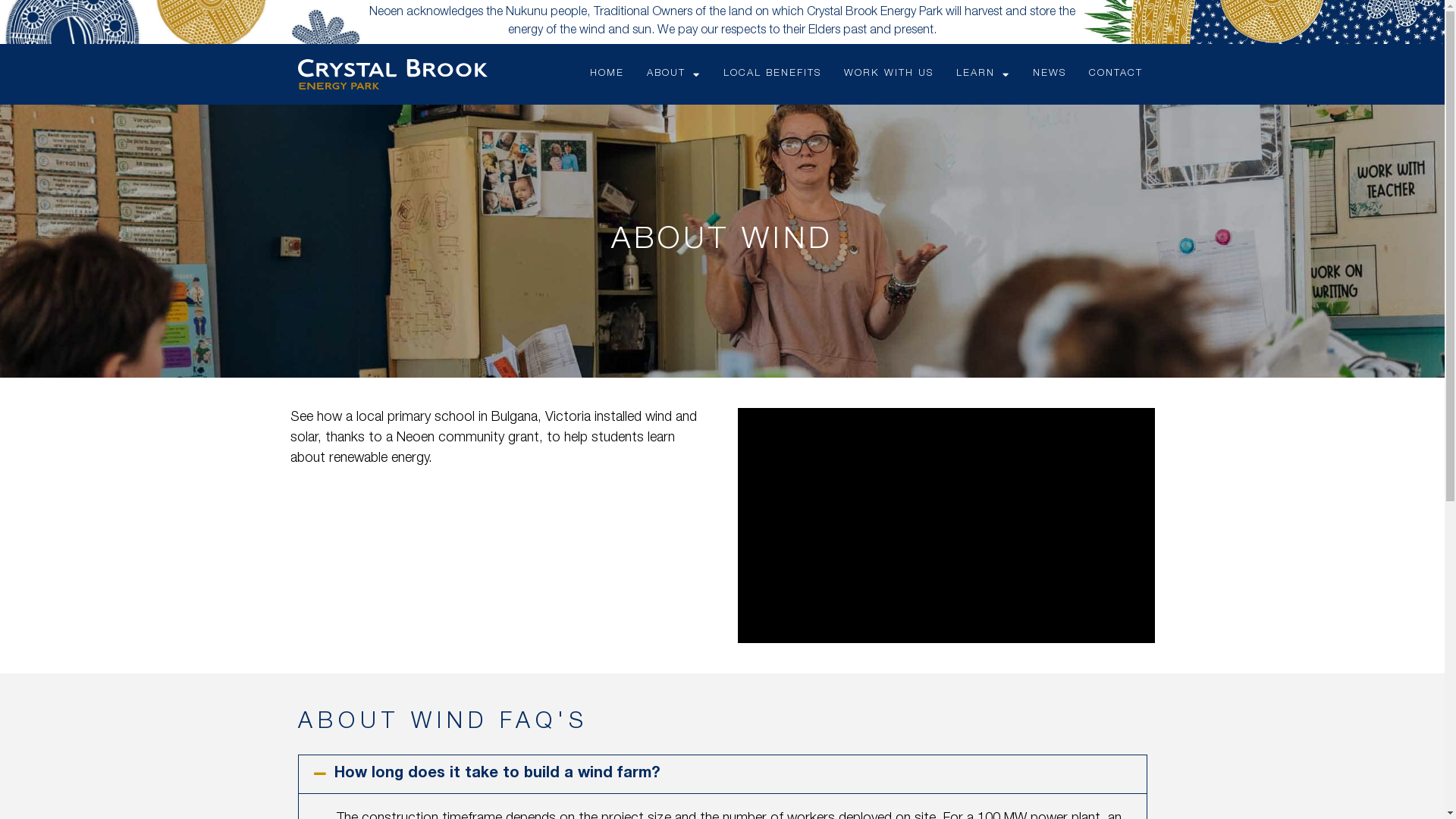 The width and height of the screenshot is (1456, 819). I want to click on 'LOCAL BENEFITS', so click(772, 74).